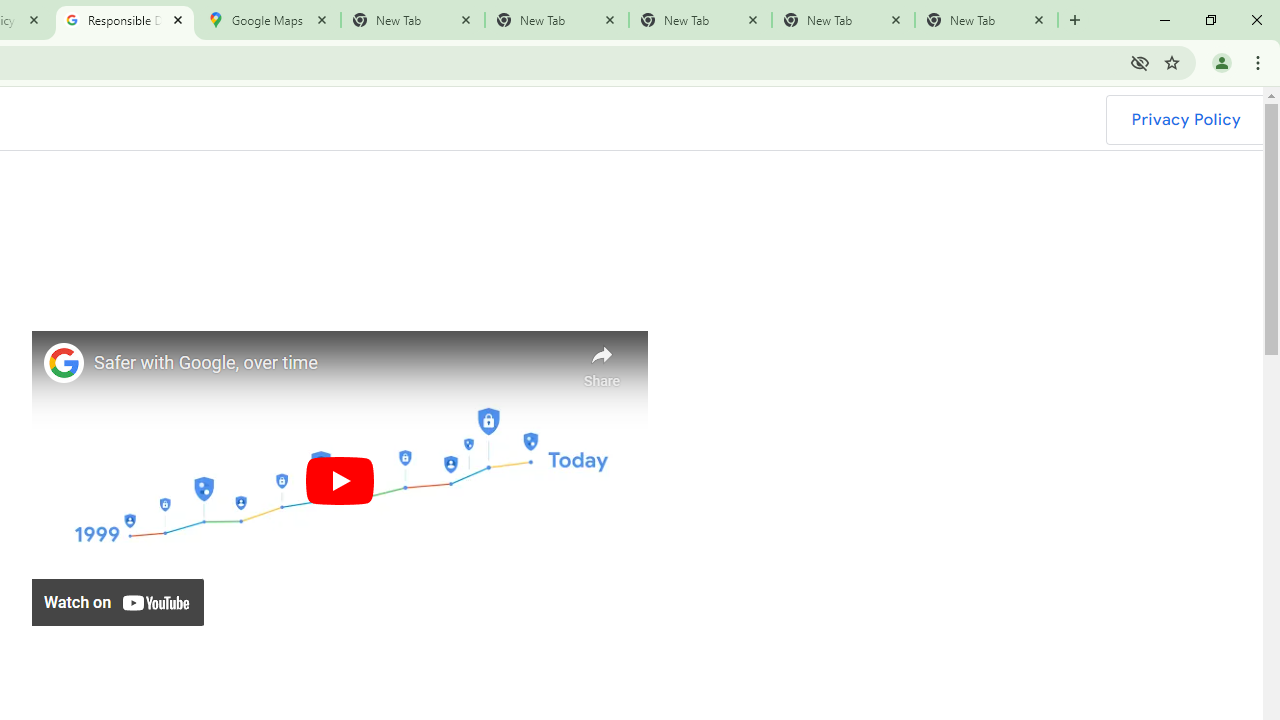 The width and height of the screenshot is (1280, 720). What do you see at coordinates (1171, 61) in the screenshot?
I see `'Bookmark this tab'` at bounding box center [1171, 61].